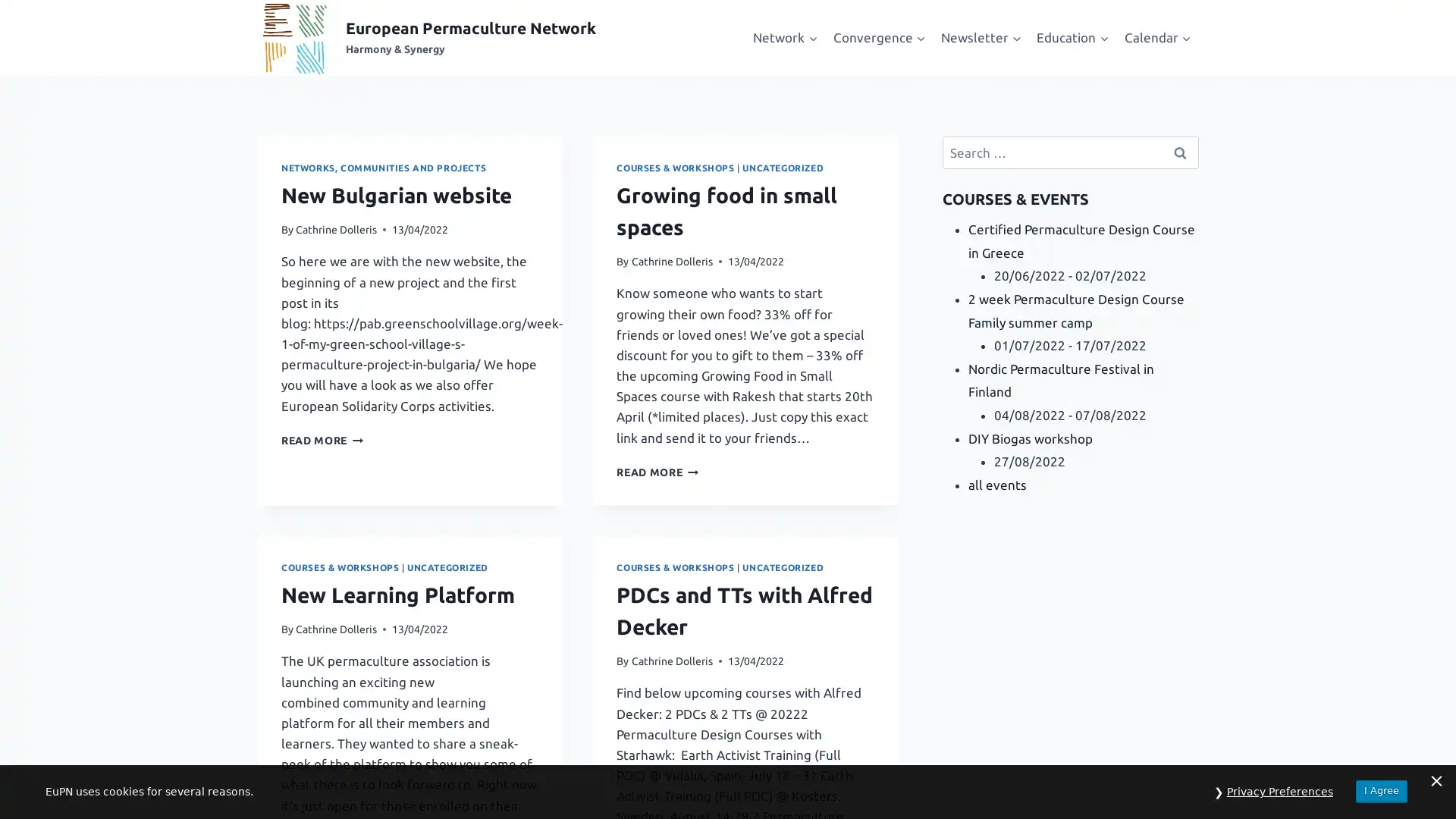 Image resolution: width=1456 pixels, height=819 pixels. What do you see at coordinates (981, 36) in the screenshot?
I see `Expand child menu` at bounding box center [981, 36].